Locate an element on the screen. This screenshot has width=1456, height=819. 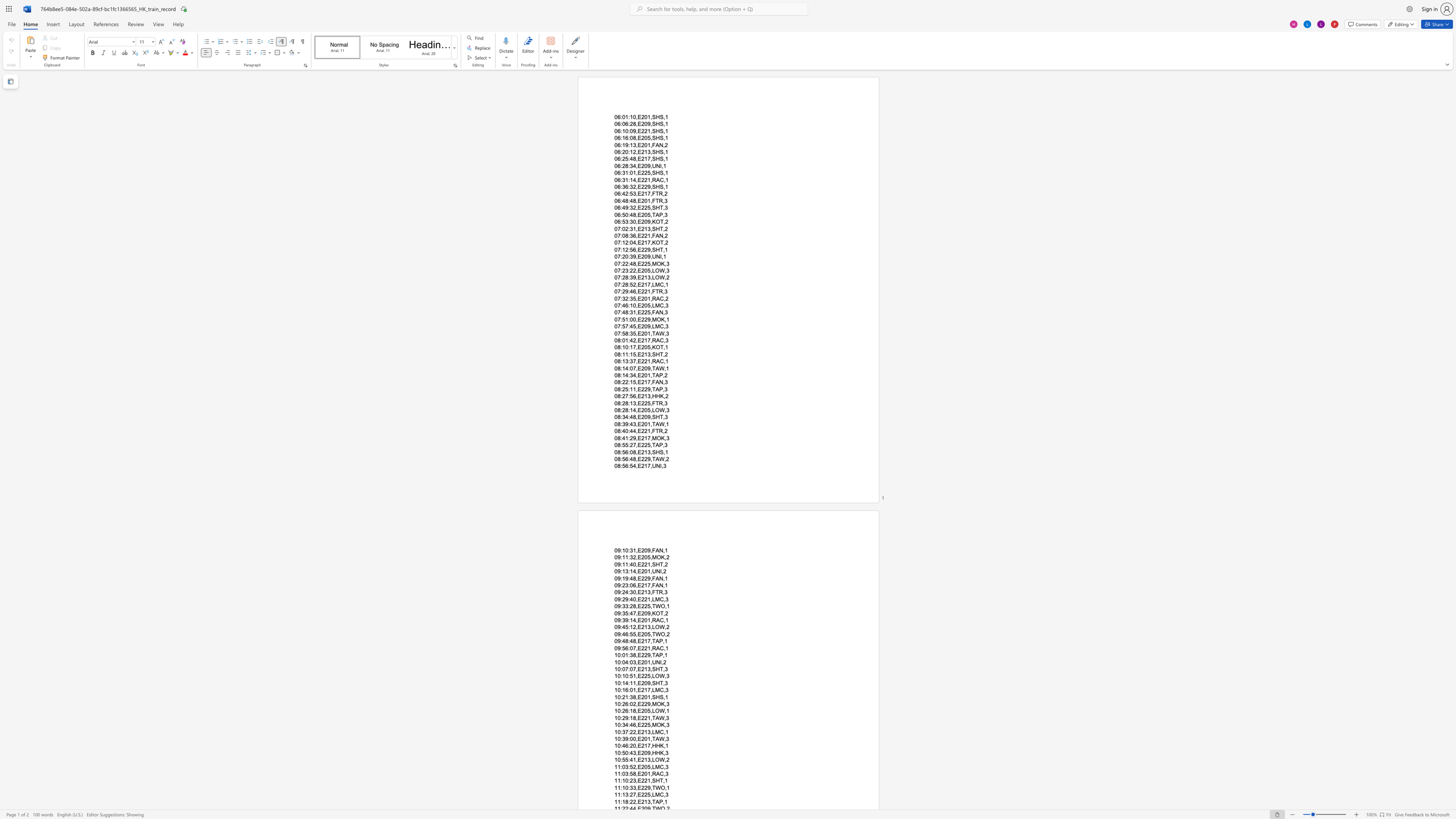
the subset text "E225,MO" within the text "10:34:46,E225,MOK,3" is located at coordinates (637, 724).